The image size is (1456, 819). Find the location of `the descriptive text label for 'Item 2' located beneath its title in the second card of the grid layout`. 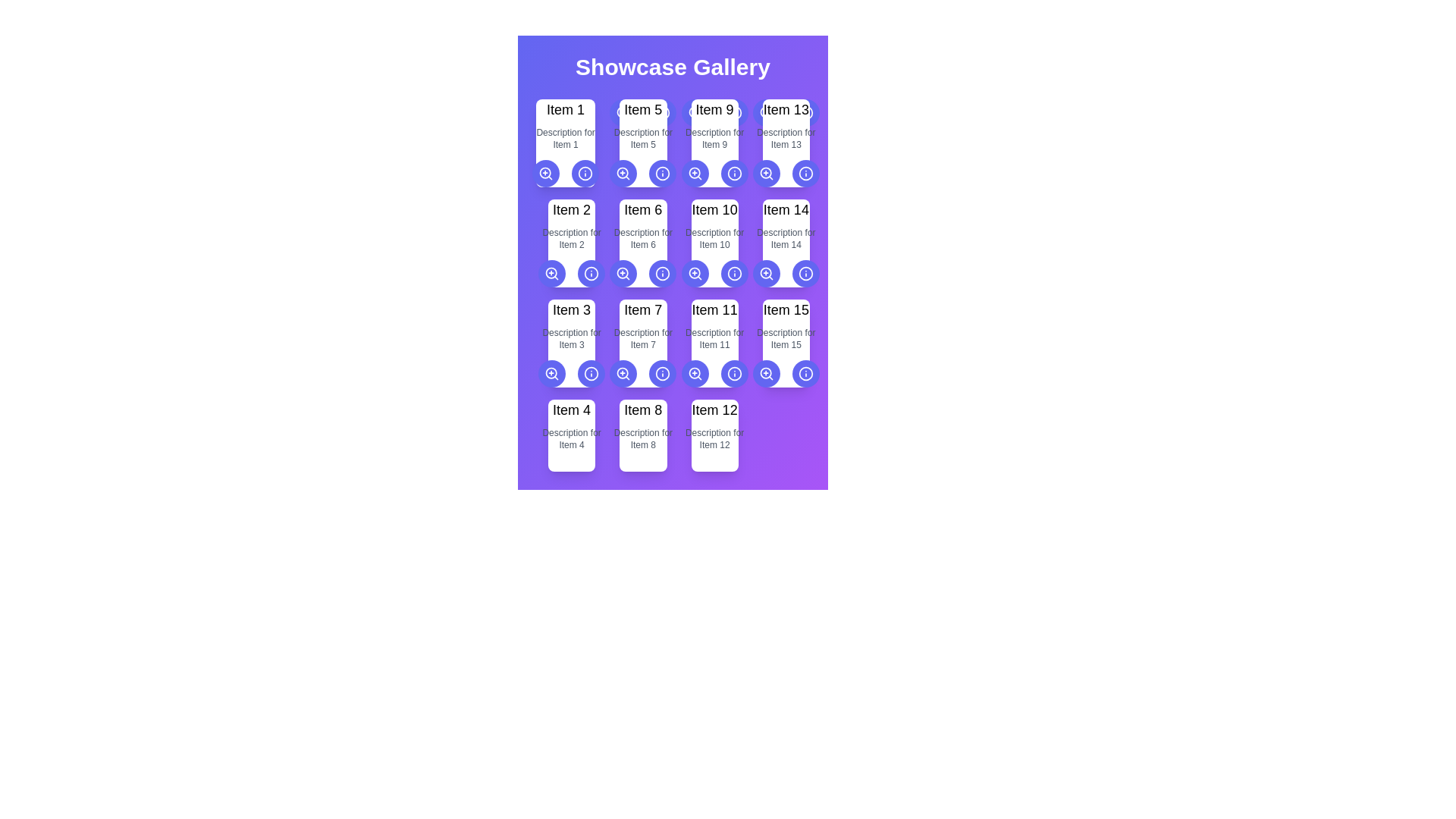

the descriptive text label for 'Item 2' located beneath its title in the second card of the grid layout is located at coordinates (571, 239).